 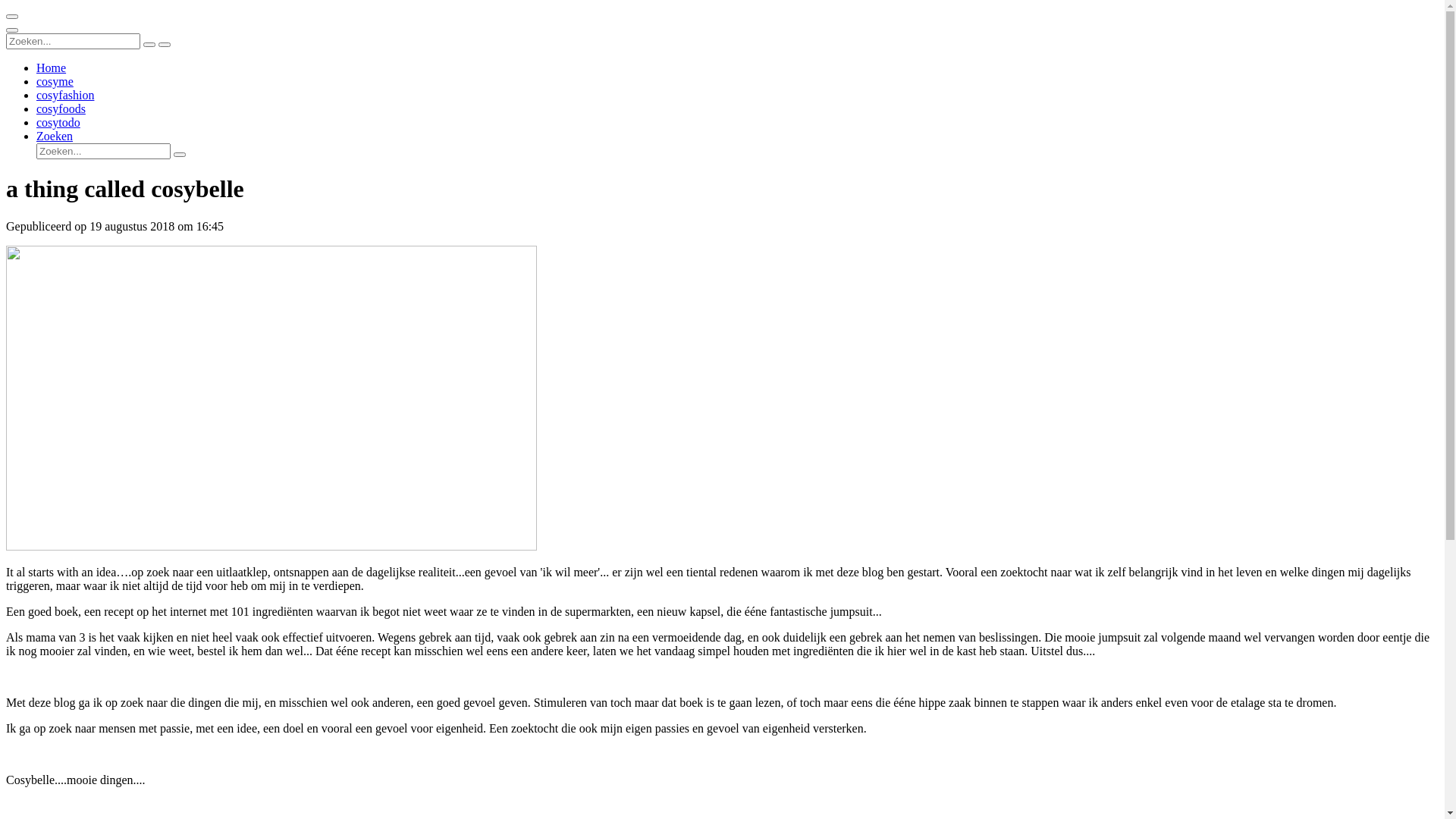 I want to click on 'cosyme', so click(x=55, y=81).